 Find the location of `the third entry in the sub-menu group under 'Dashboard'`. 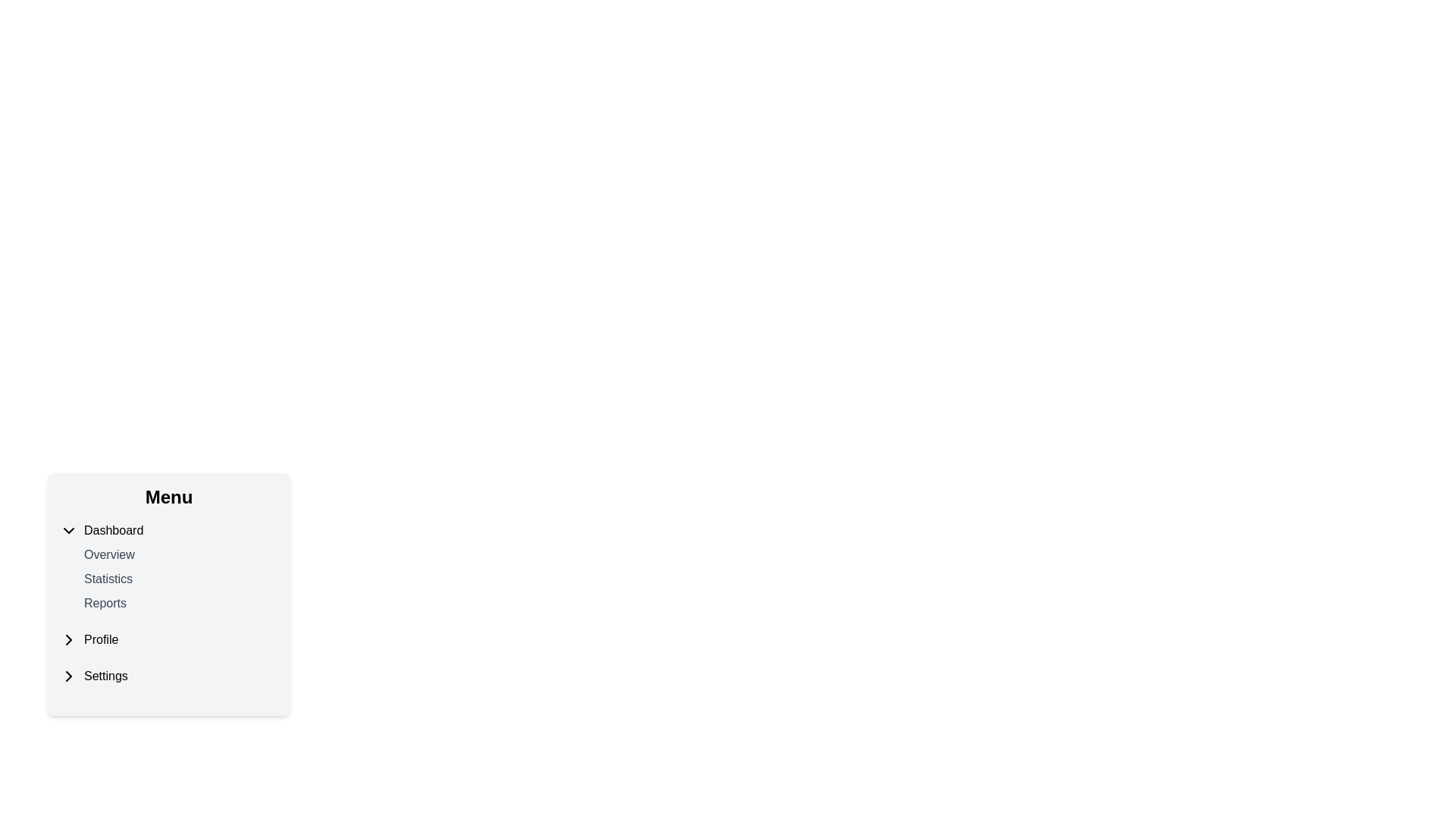

the third entry in the sub-menu group under 'Dashboard' is located at coordinates (178, 602).